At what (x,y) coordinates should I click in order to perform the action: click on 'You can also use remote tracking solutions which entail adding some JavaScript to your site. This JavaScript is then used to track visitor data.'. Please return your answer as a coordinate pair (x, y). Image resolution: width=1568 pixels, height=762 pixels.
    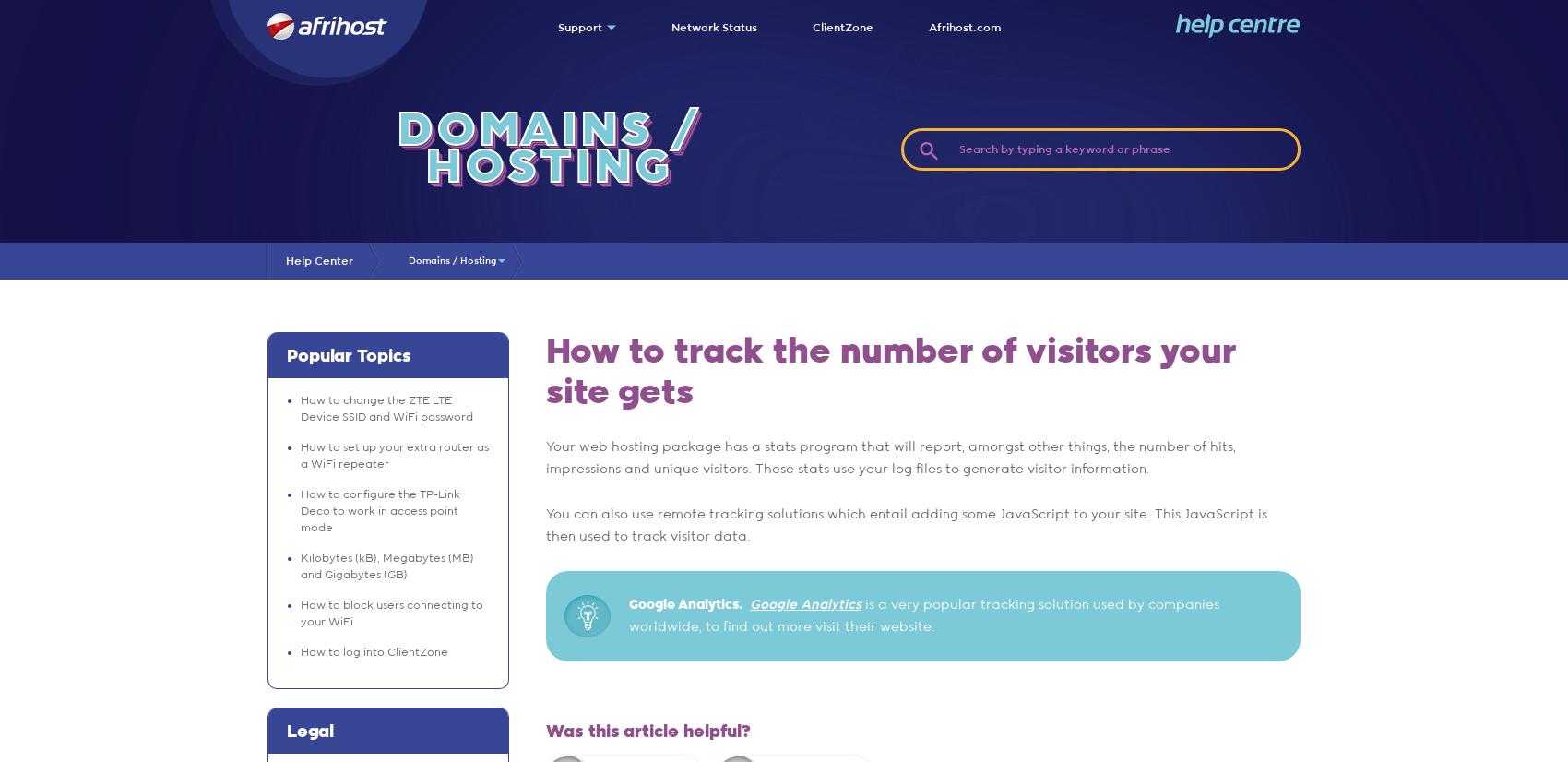
    Looking at the image, I should click on (905, 525).